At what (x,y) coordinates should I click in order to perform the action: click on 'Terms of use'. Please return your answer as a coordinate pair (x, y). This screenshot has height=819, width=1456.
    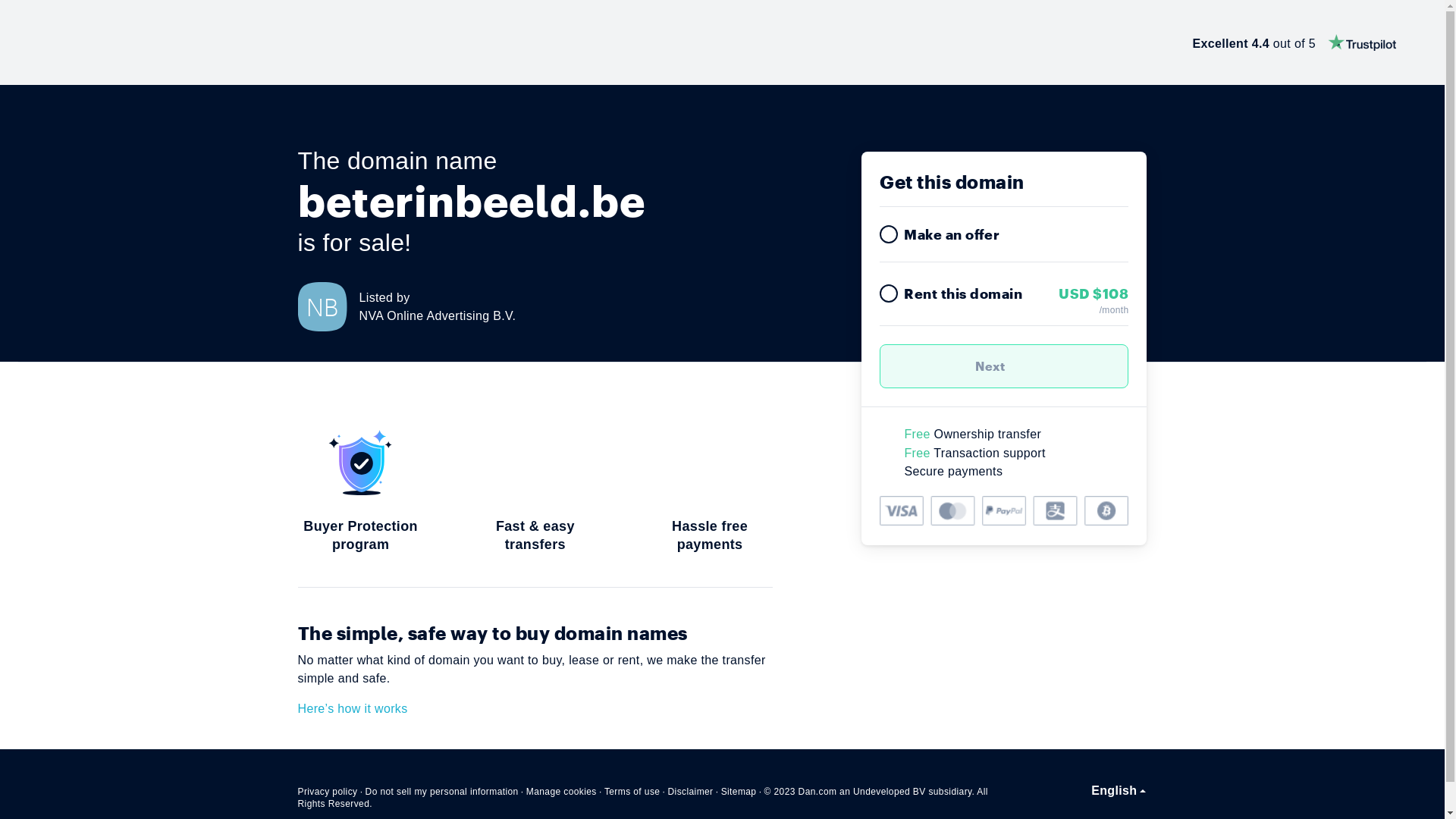
    Looking at the image, I should click on (632, 791).